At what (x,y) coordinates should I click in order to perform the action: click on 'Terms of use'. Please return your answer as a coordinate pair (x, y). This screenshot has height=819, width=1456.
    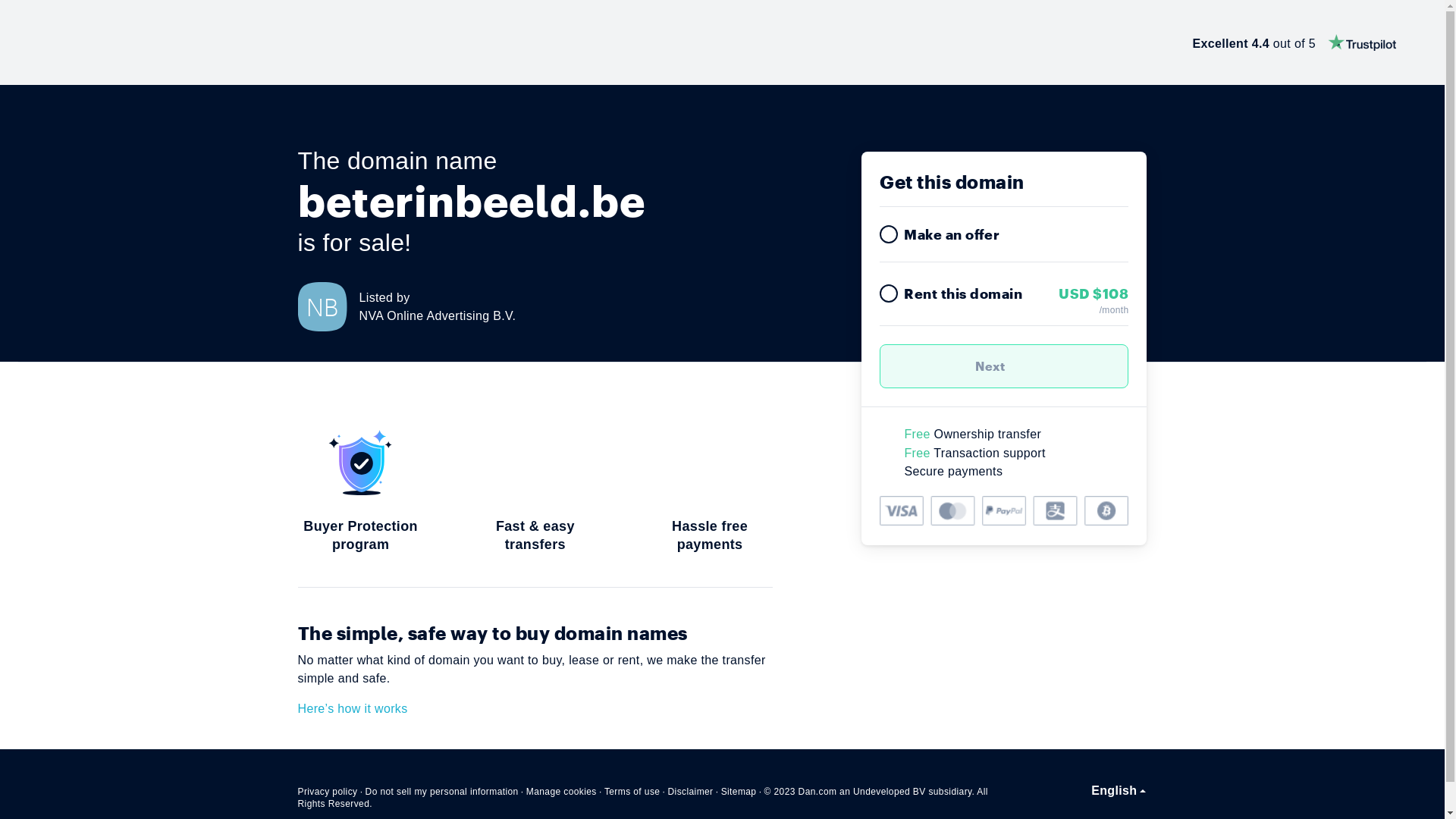
    Looking at the image, I should click on (632, 791).